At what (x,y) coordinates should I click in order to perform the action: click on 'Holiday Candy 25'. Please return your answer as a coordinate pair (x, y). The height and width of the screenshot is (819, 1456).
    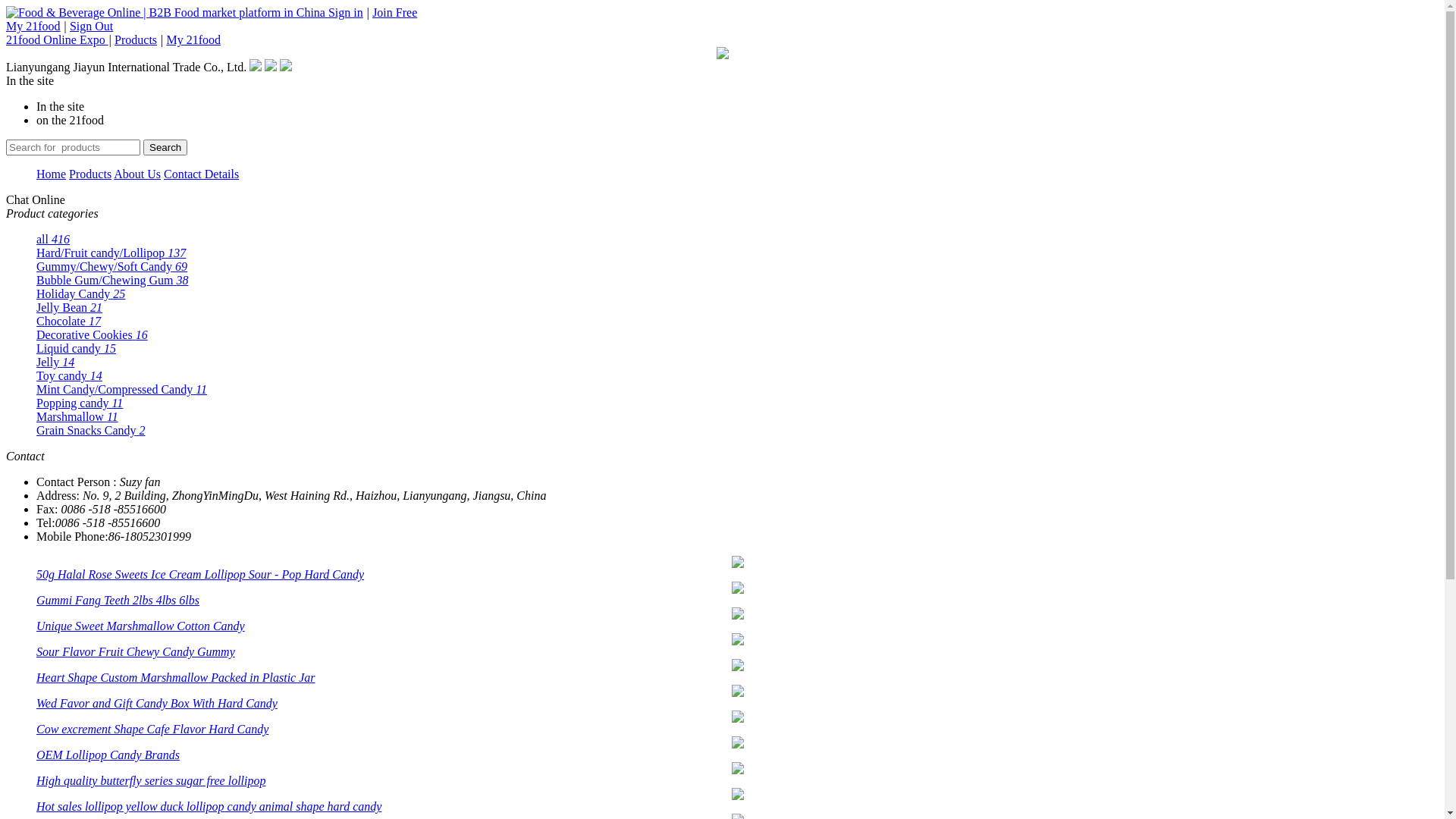
    Looking at the image, I should click on (80, 293).